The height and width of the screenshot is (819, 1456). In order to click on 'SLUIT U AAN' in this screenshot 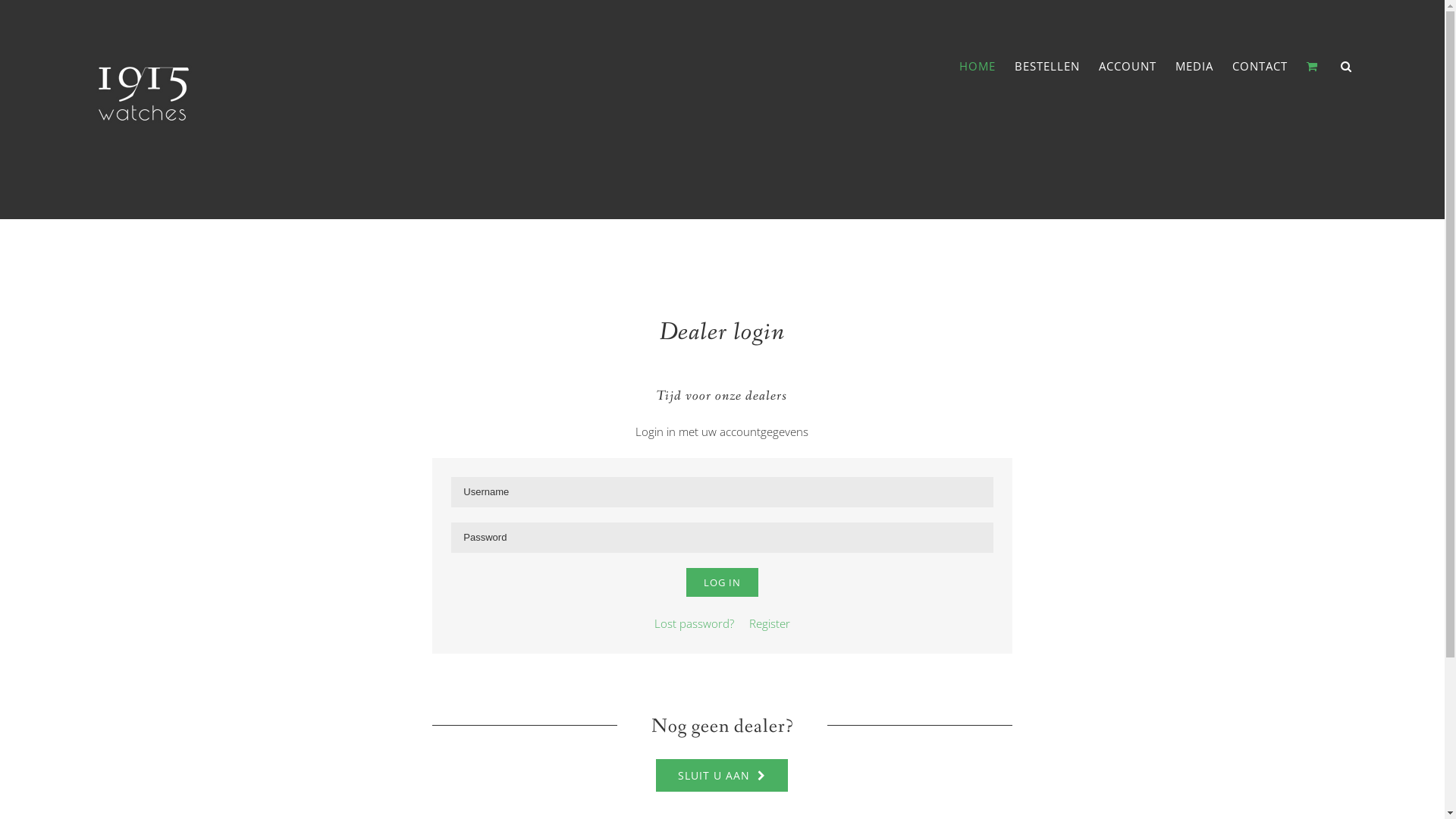, I will do `click(720, 775)`.